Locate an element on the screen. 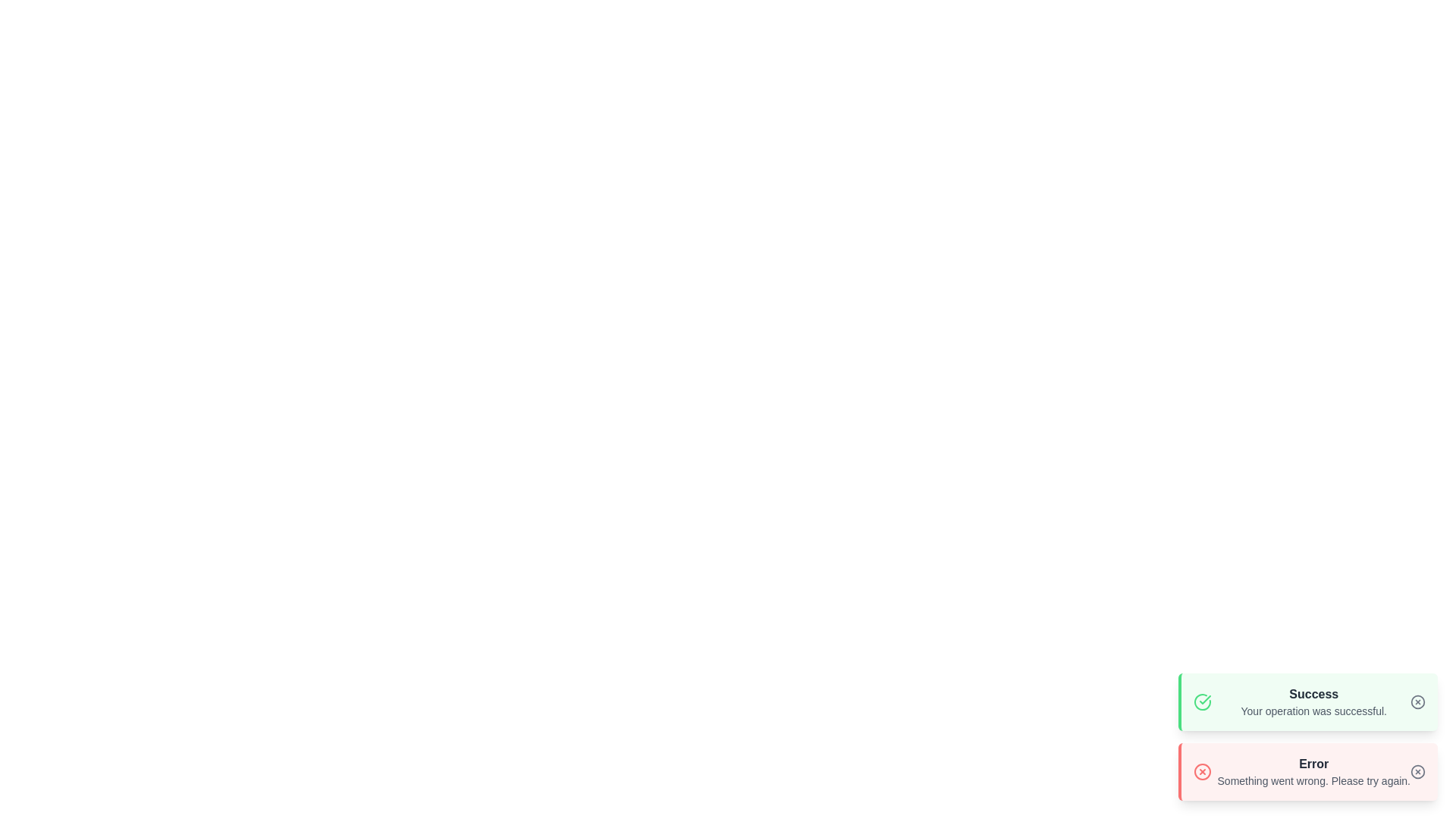 The image size is (1456, 819). the 'Success' alert to observe the hover effect is located at coordinates (1306, 701).